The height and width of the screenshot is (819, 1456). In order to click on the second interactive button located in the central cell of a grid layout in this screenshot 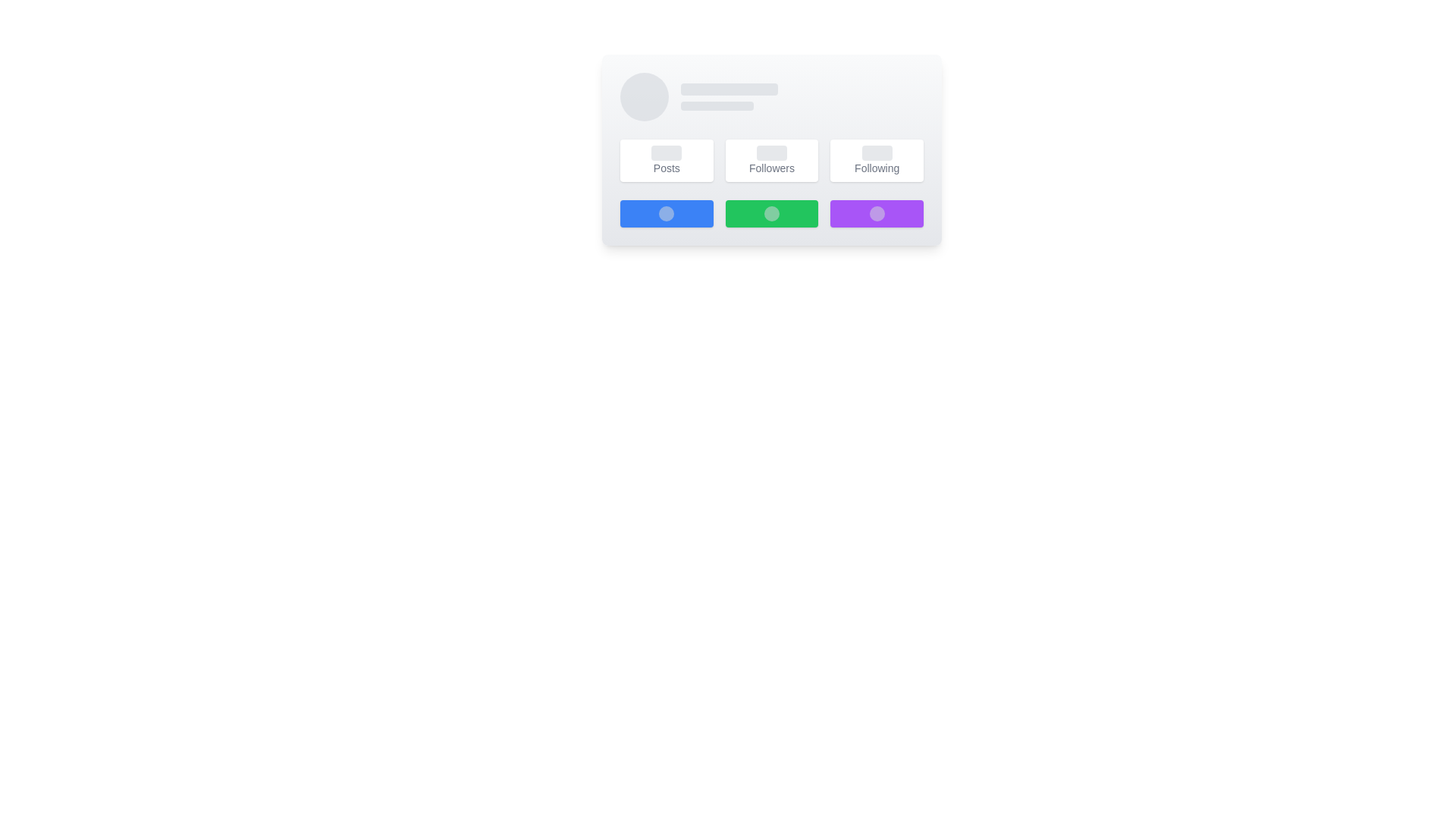, I will do `click(771, 213)`.